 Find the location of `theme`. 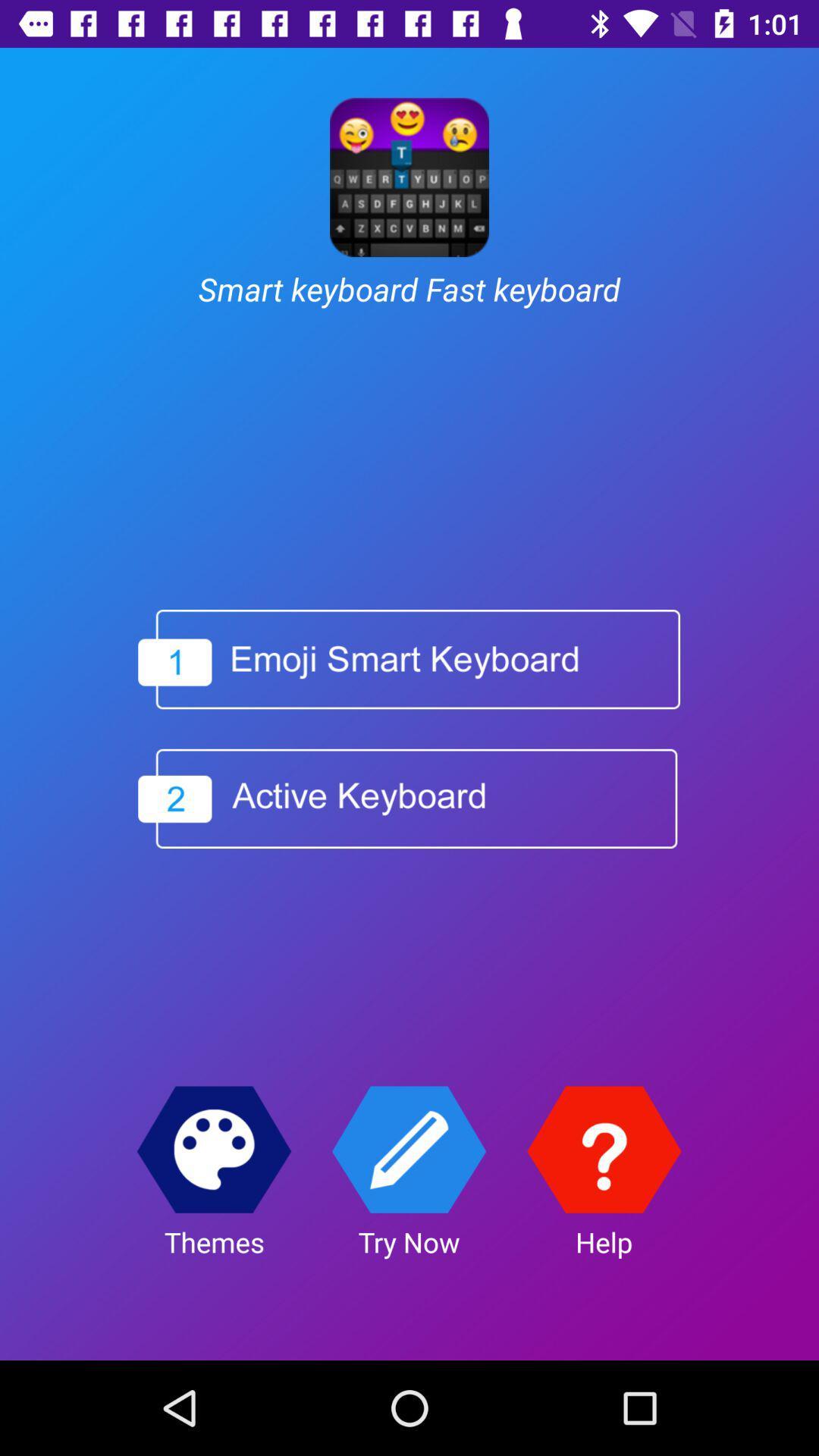

theme is located at coordinates (214, 1150).